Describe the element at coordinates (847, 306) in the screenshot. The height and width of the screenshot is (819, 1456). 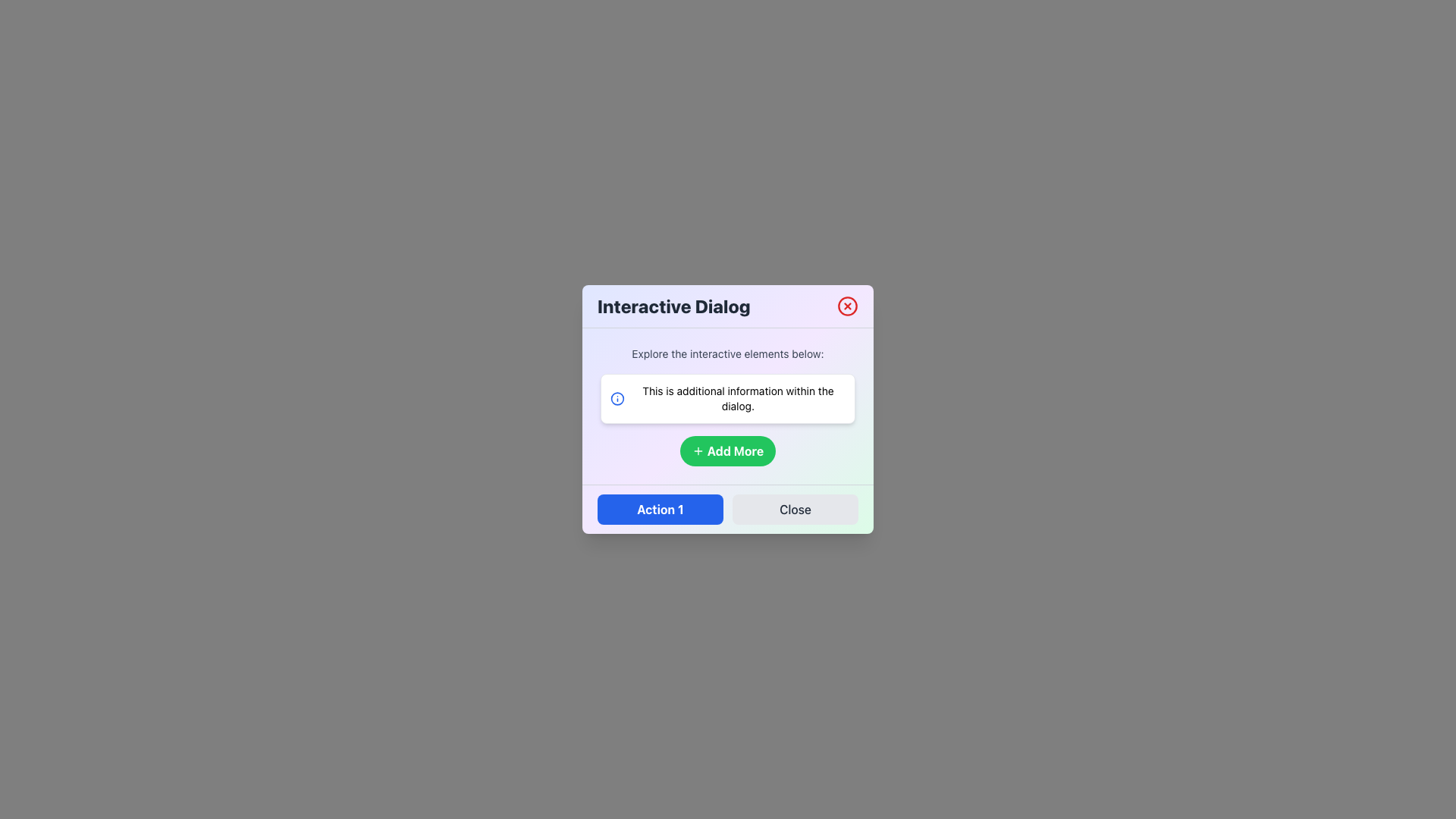
I see `the SVG circle graphic that serves as a decorative component of the close button located at the top-right corner of the modal dialog box` at that location.